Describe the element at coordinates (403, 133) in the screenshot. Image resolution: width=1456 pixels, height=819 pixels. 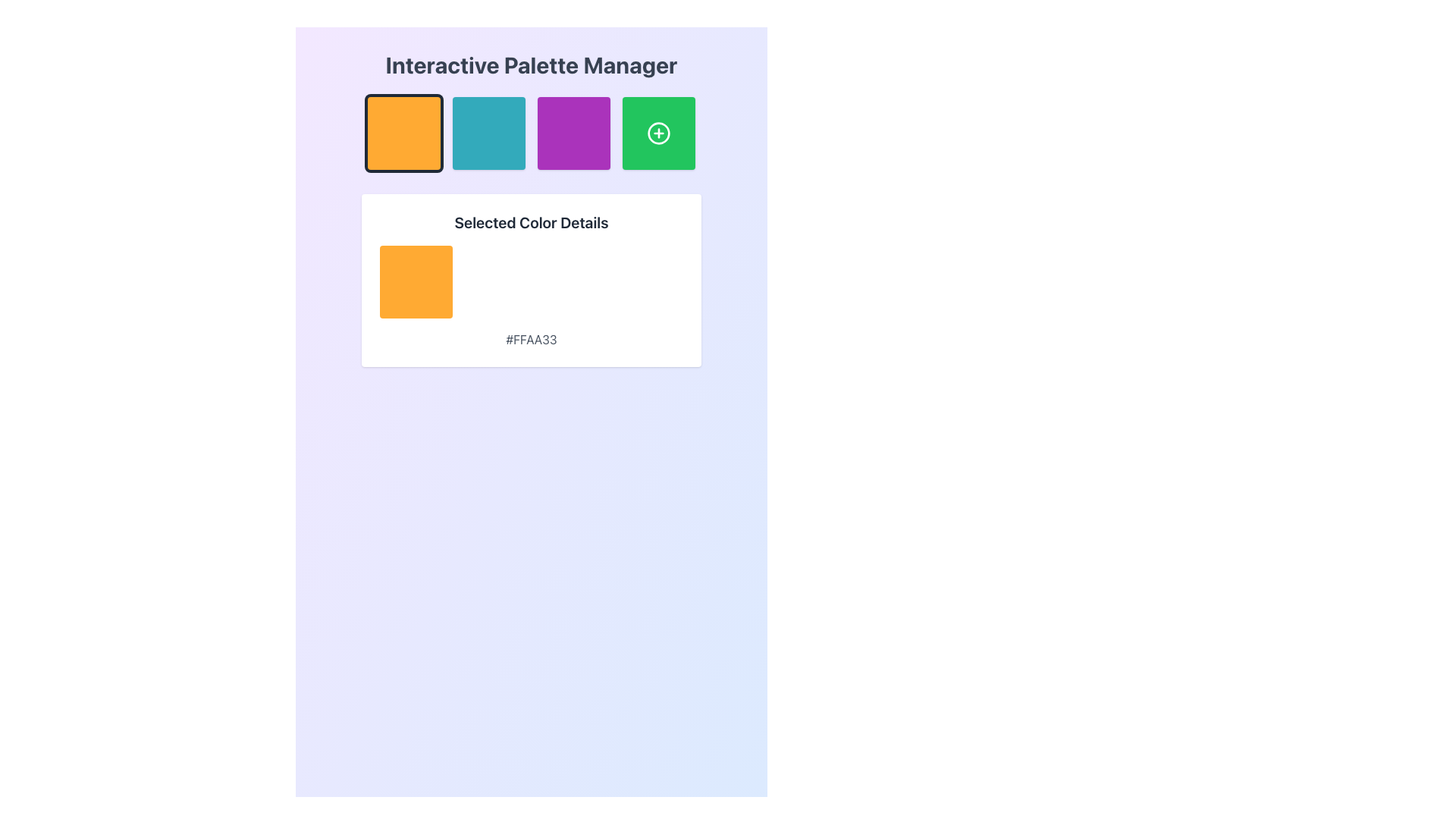
I see `the first item in the color palette grid, located at the top-left corner` at that location.